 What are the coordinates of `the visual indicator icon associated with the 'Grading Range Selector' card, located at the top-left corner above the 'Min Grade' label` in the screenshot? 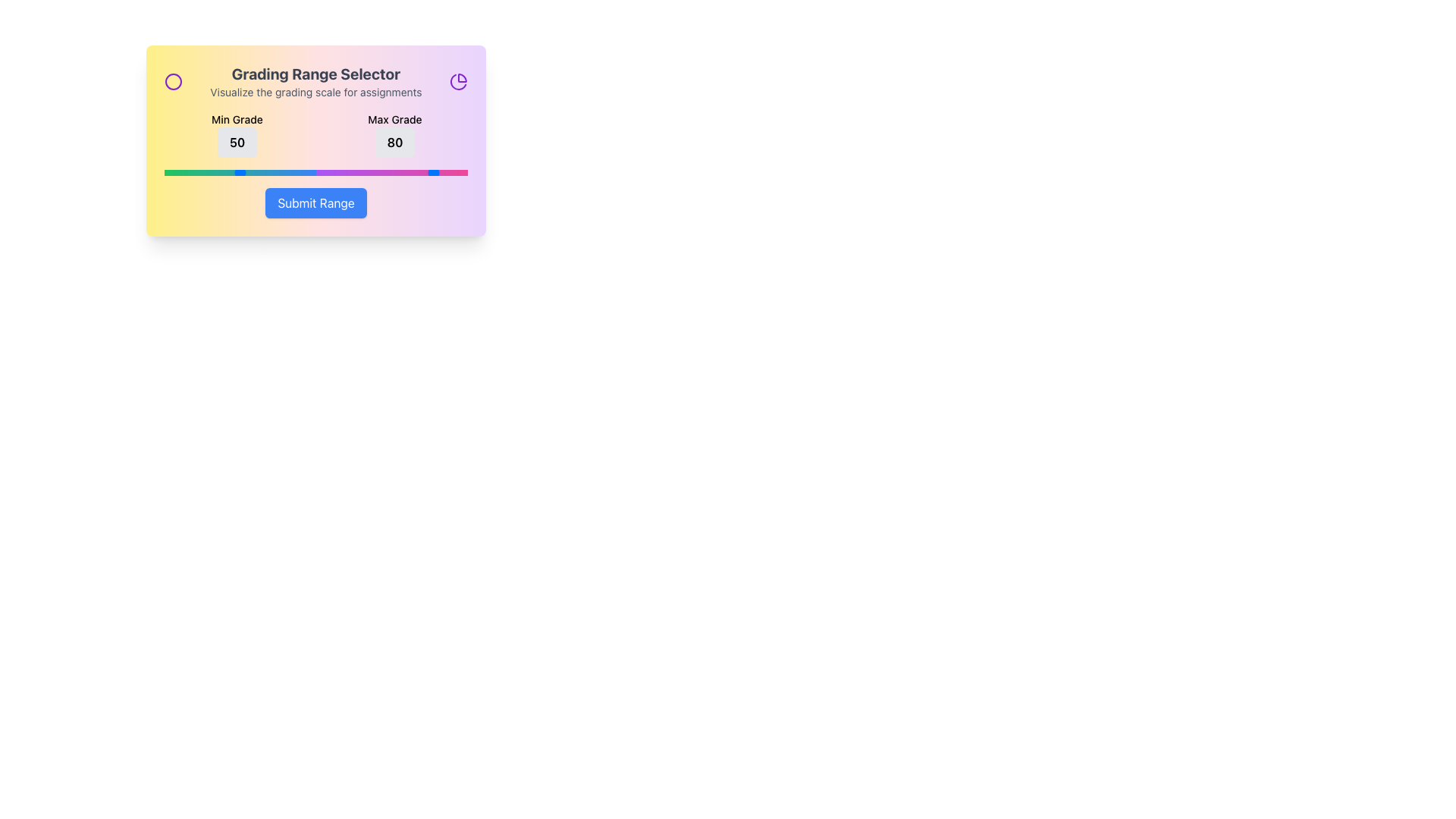 It's located at (174, 82).